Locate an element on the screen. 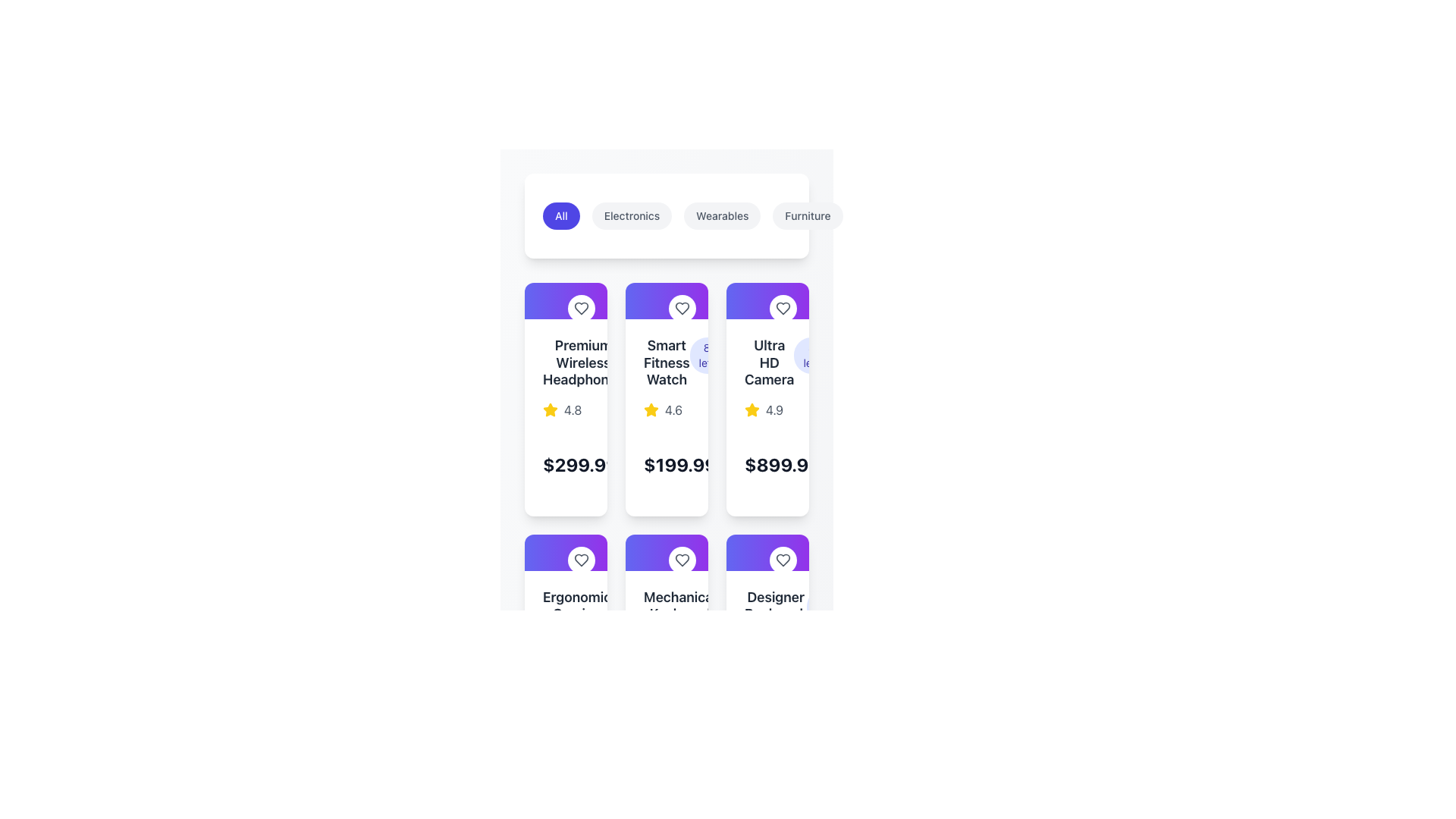 This screenshot has width=1456, height=819. the price indicator static text element, which is positioned in the third column of a grid layout, aligned to the left above the 'Add to Cart' button is located at coordinates (783, 463).